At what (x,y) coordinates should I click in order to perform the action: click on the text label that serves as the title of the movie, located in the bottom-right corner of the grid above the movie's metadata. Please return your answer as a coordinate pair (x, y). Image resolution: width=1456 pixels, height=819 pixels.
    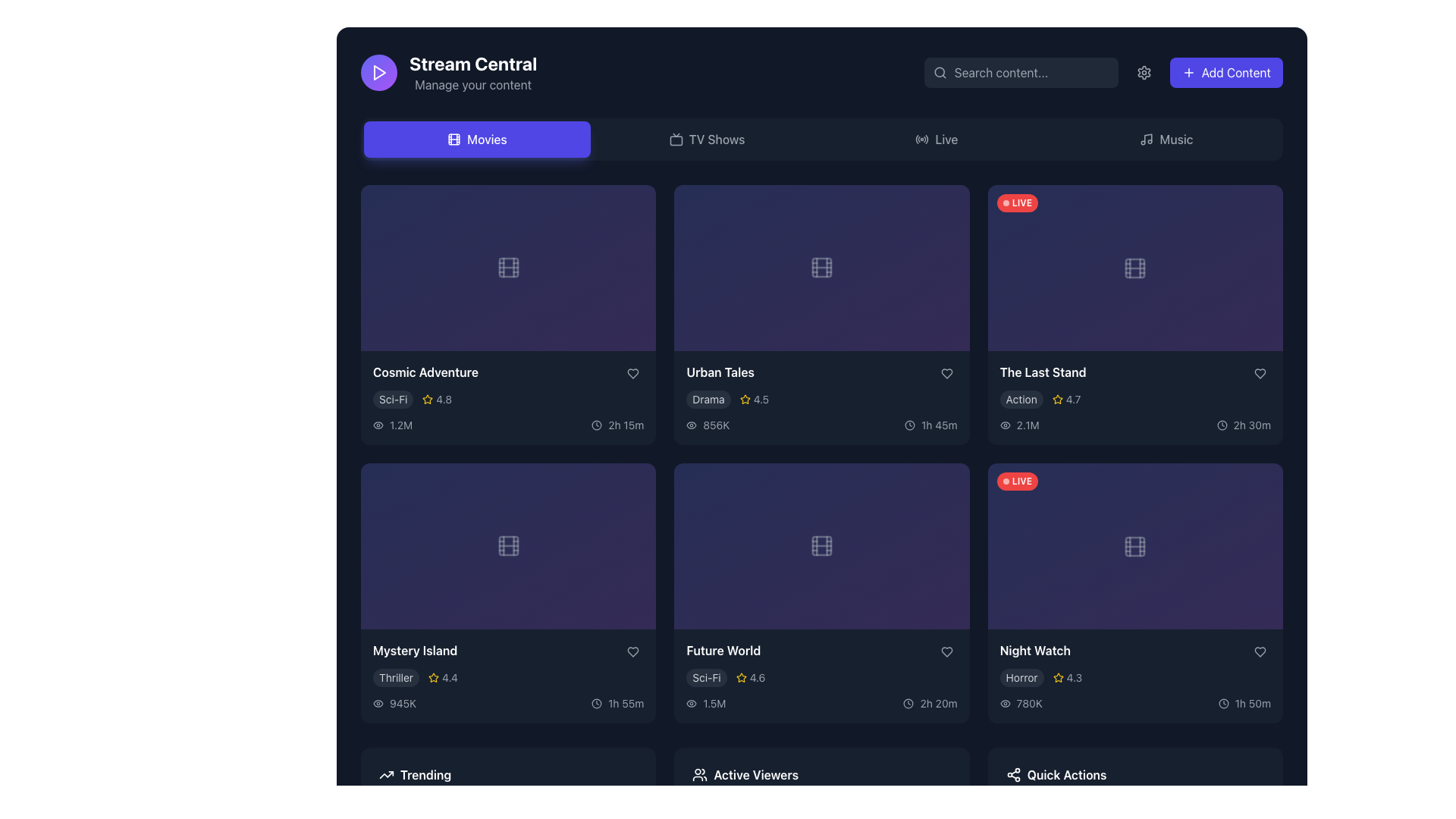
    Looking at the image, I should click on (1042, 372).